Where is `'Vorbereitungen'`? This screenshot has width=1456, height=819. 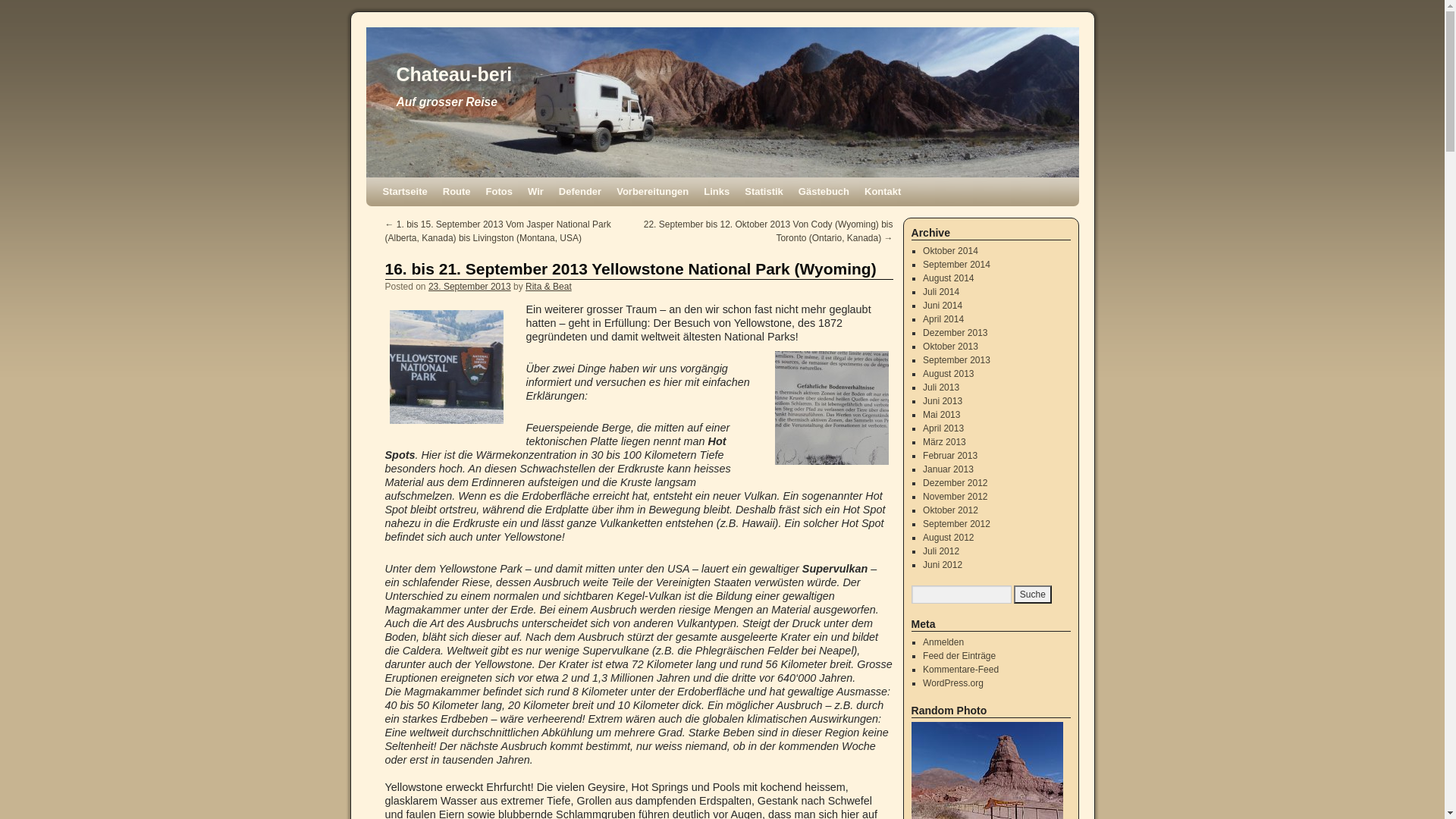 'Vorbereitungen' is located at coordinates (652, 191).